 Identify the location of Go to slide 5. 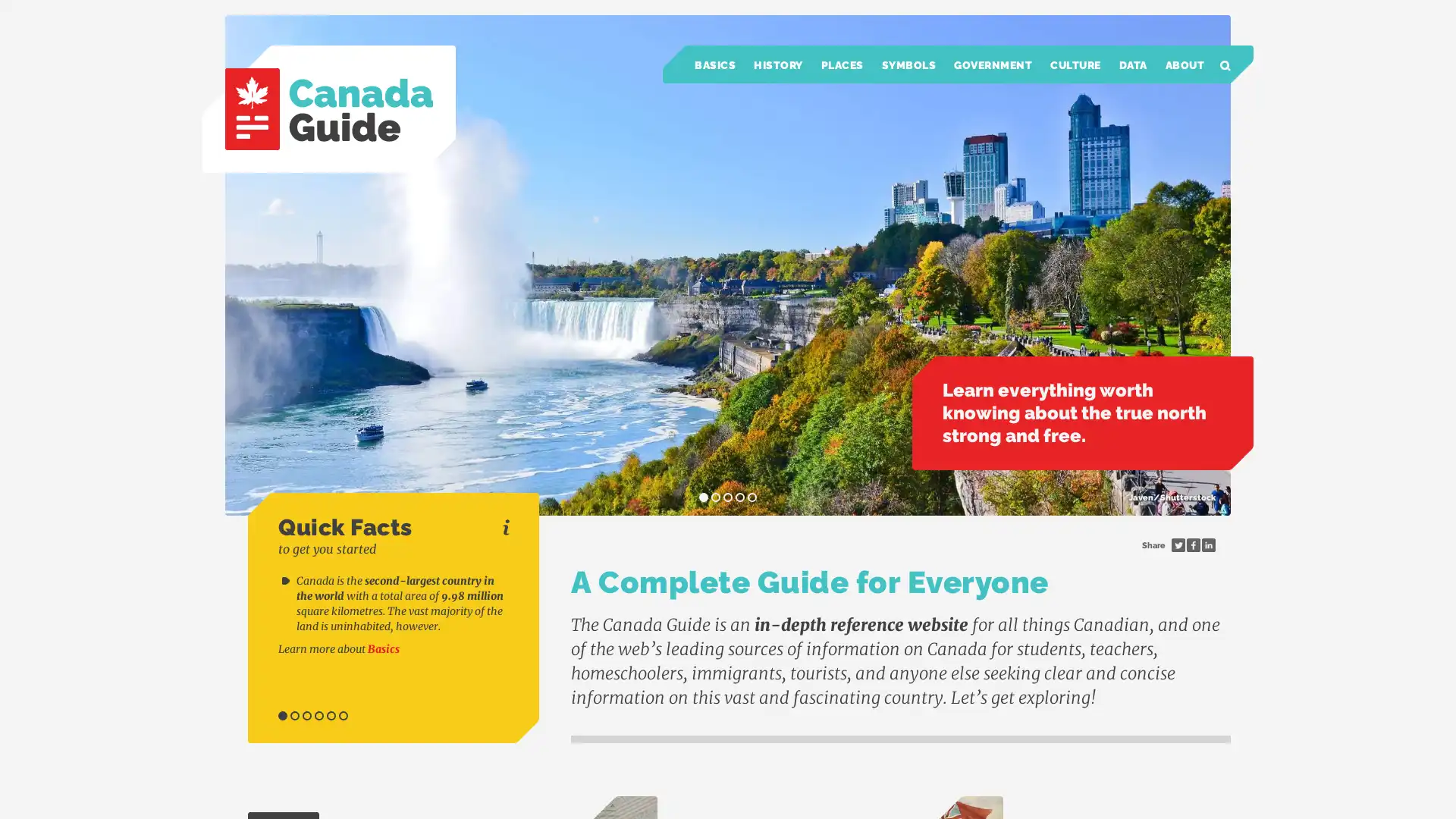
(330, 716).